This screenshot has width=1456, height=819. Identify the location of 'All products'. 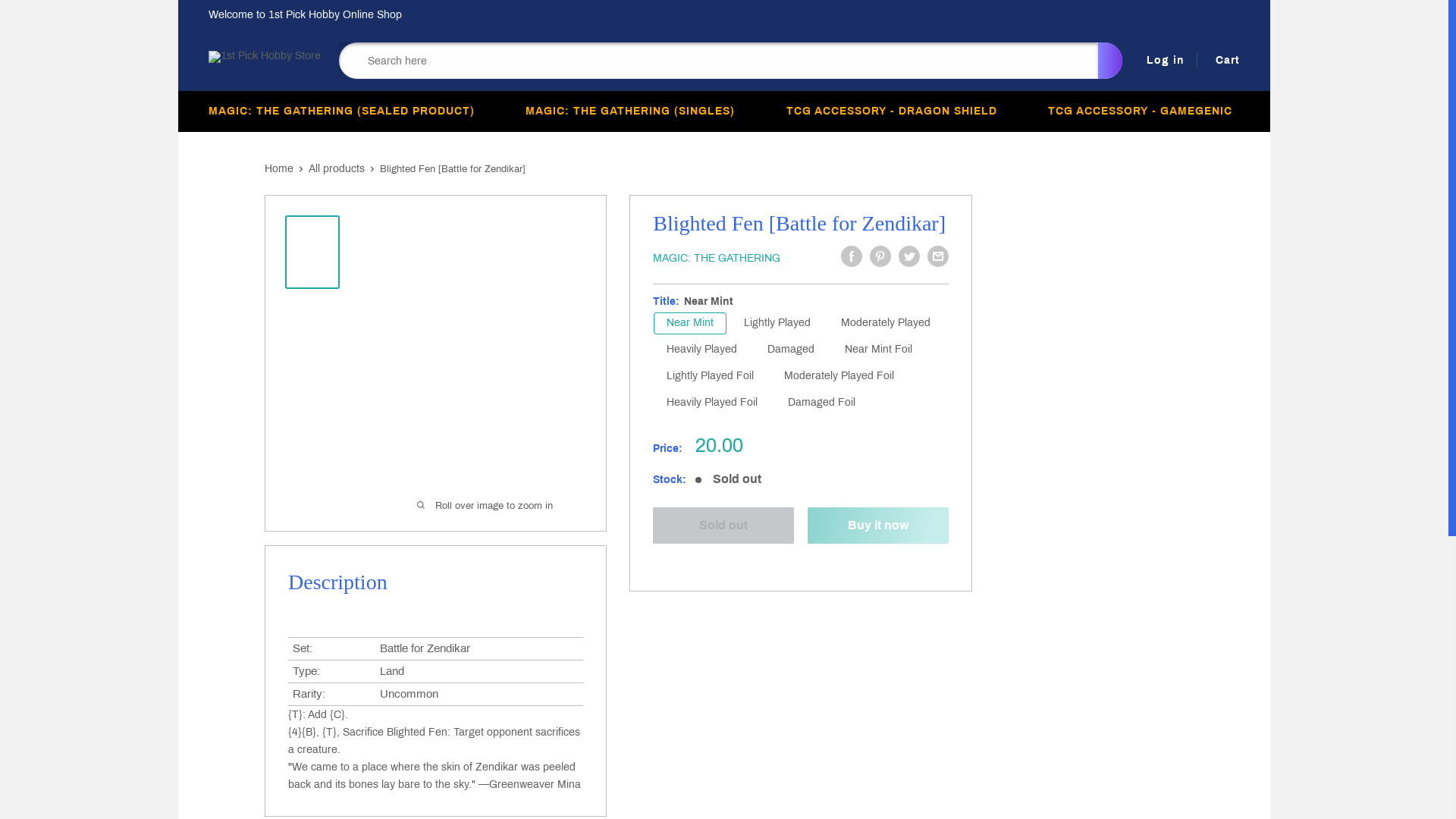
(336, 168).